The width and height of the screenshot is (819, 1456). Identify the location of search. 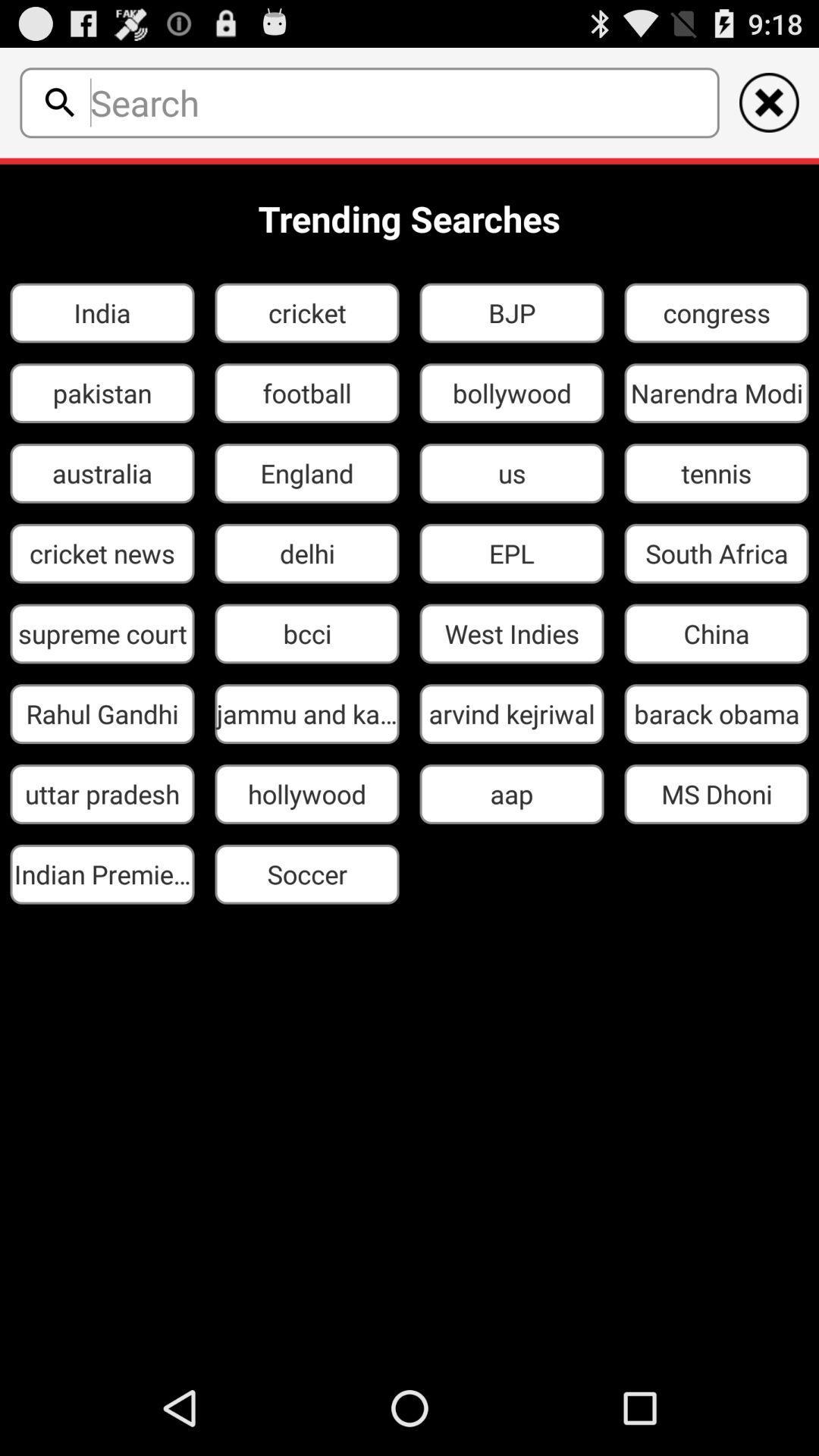
(399, 102).